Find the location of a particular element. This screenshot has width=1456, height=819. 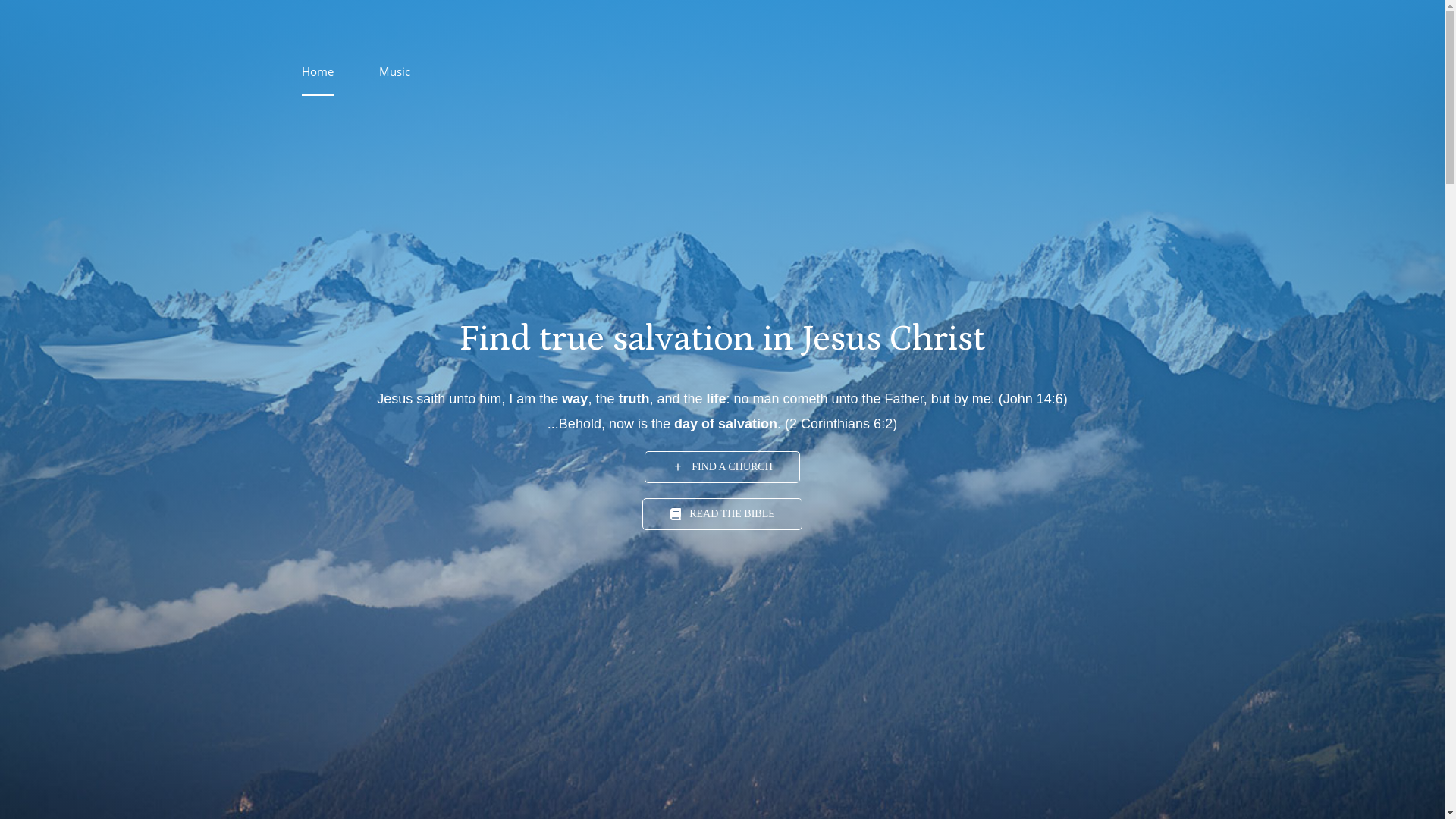

'Music' is located at coordinates (378, 71).